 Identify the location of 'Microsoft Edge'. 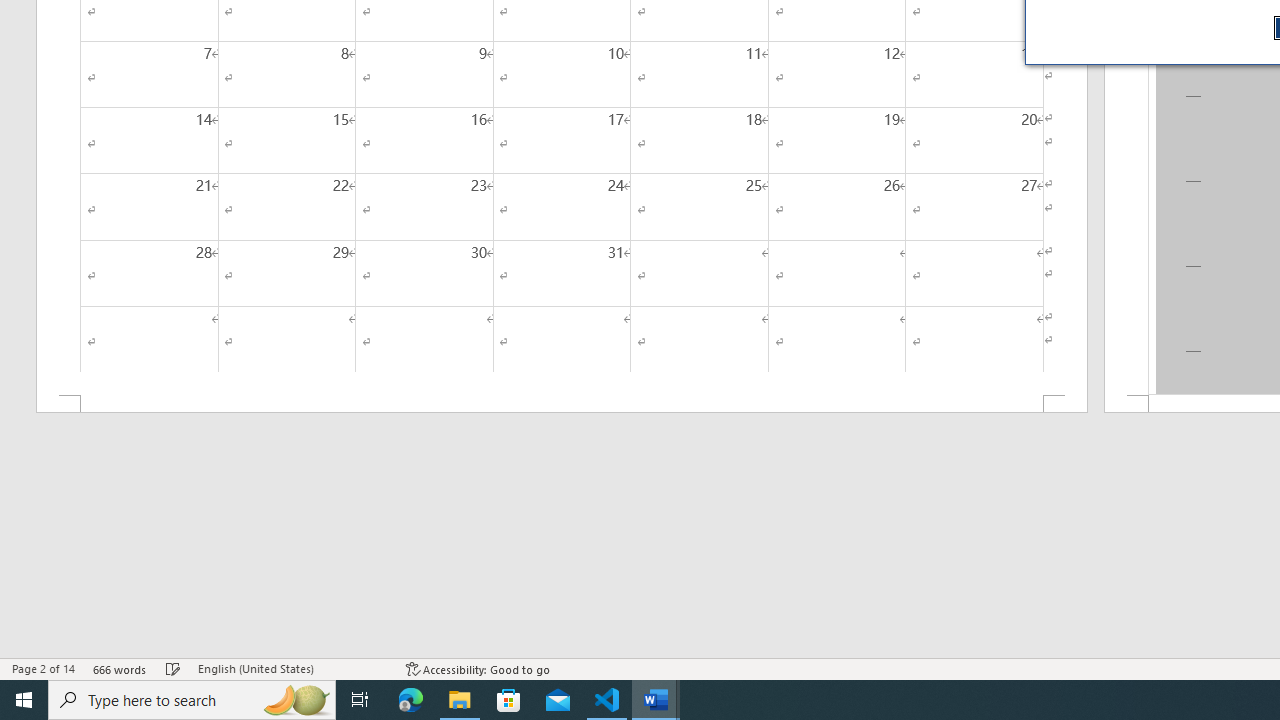
(410, 698).